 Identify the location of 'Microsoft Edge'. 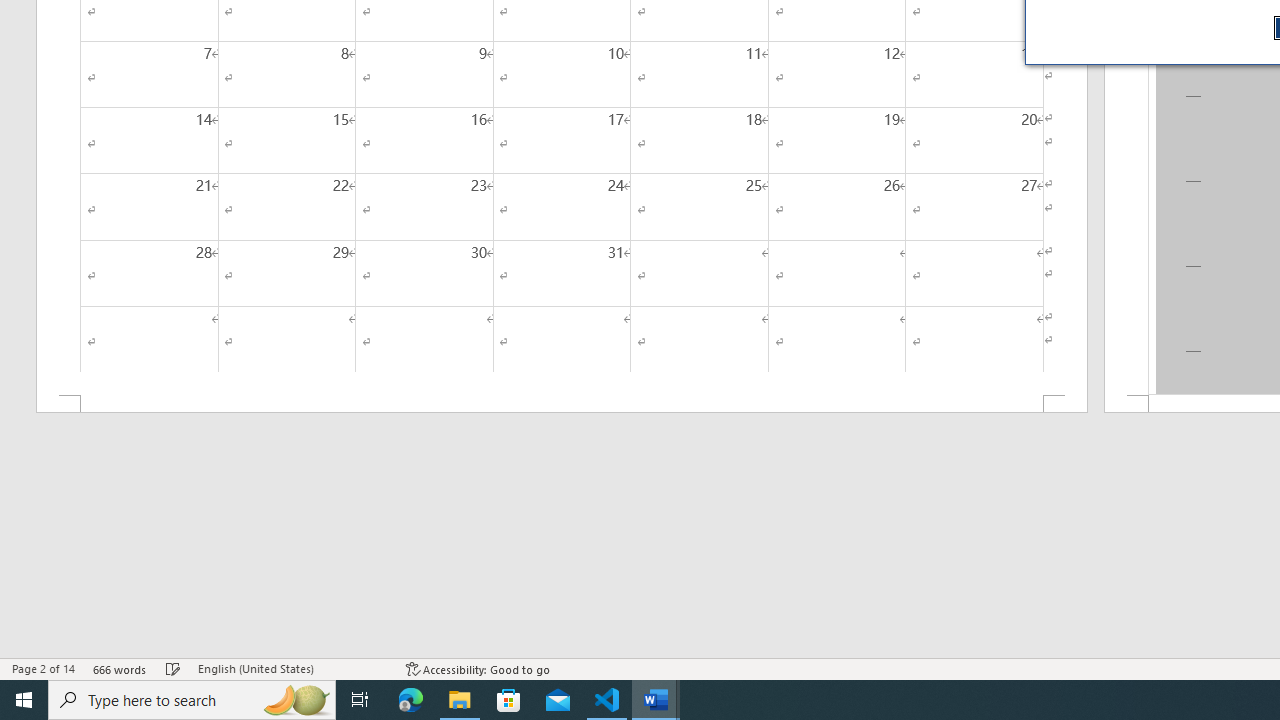
(410, 698).